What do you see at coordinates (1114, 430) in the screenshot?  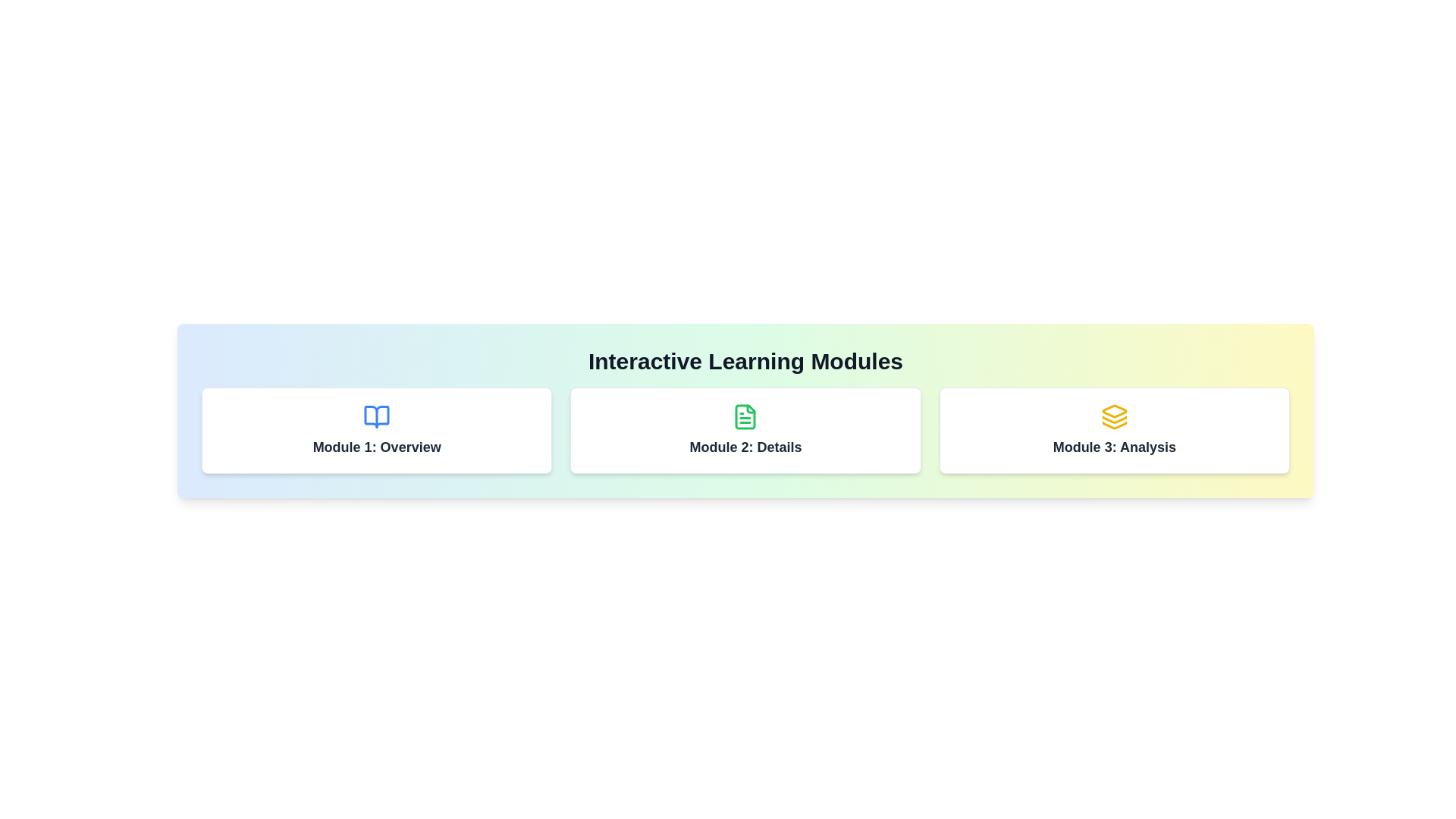 I see `the 'Module 3: Analysis' card` at bounding box center [1114, 430].